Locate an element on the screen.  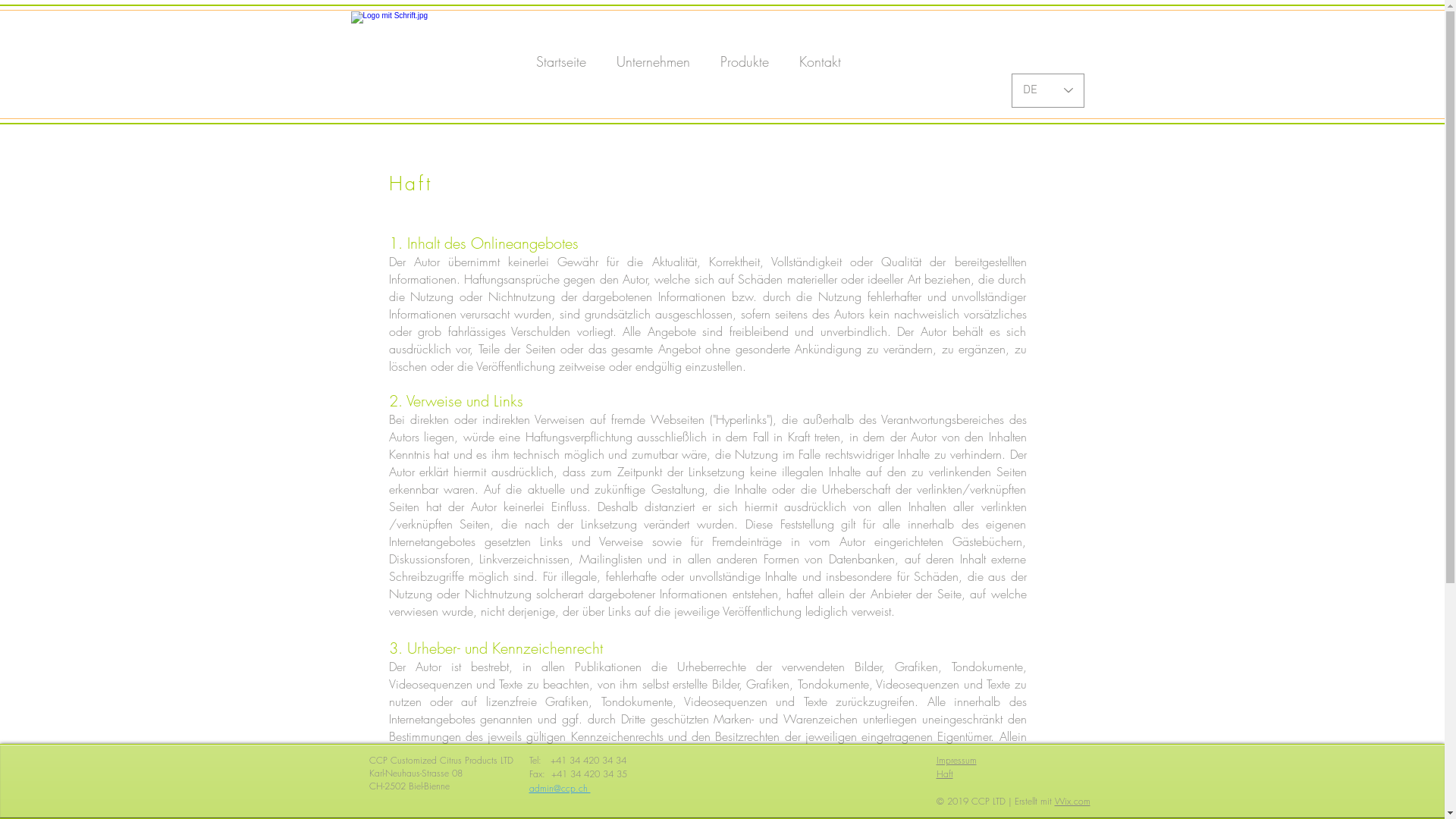
'Kontakt' is located at coordinates (819, 61).